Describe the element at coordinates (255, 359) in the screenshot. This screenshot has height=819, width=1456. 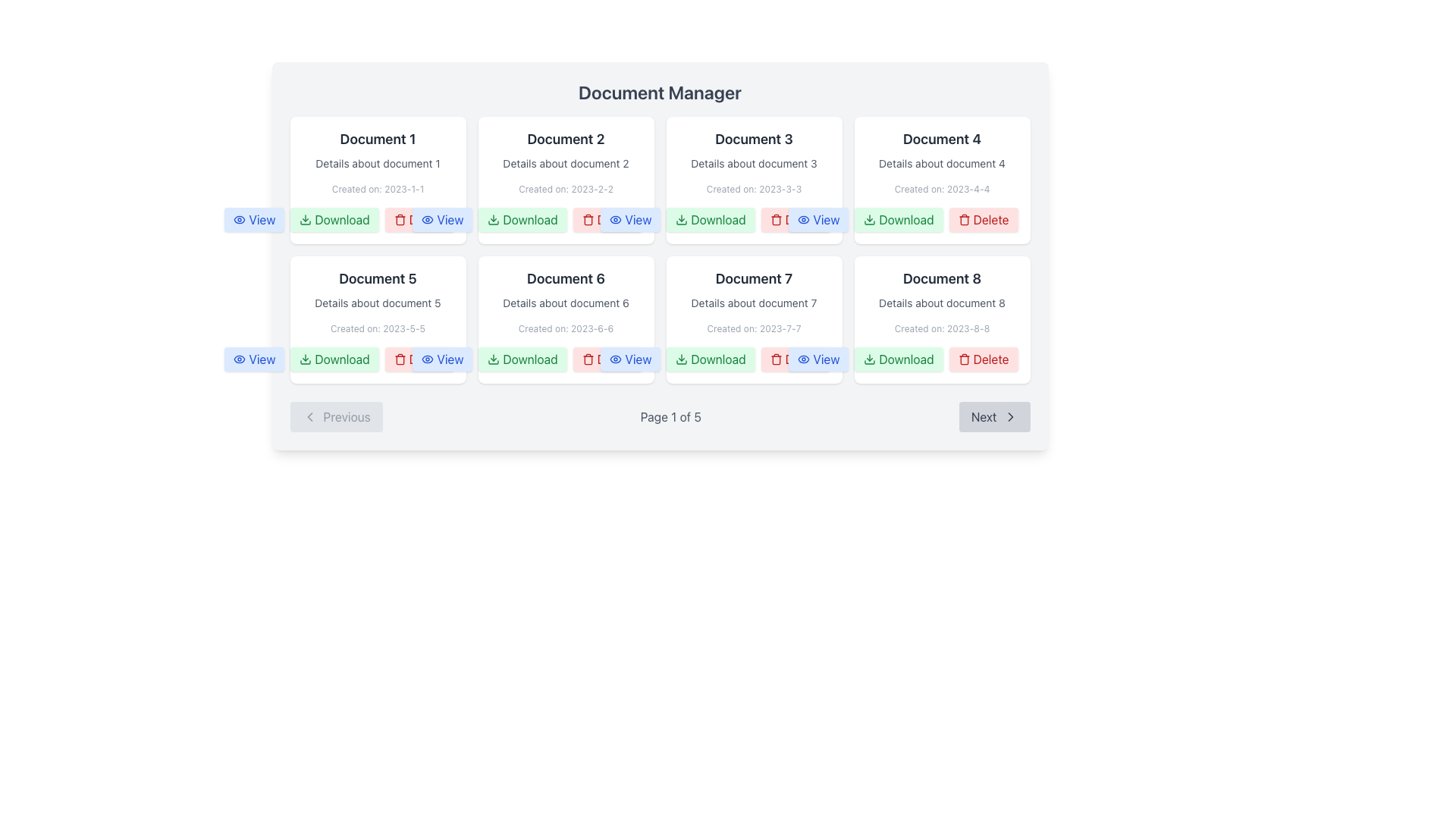
I see `the 'View' button located in the bottom left corner of the 'Document 5' card` at that location.